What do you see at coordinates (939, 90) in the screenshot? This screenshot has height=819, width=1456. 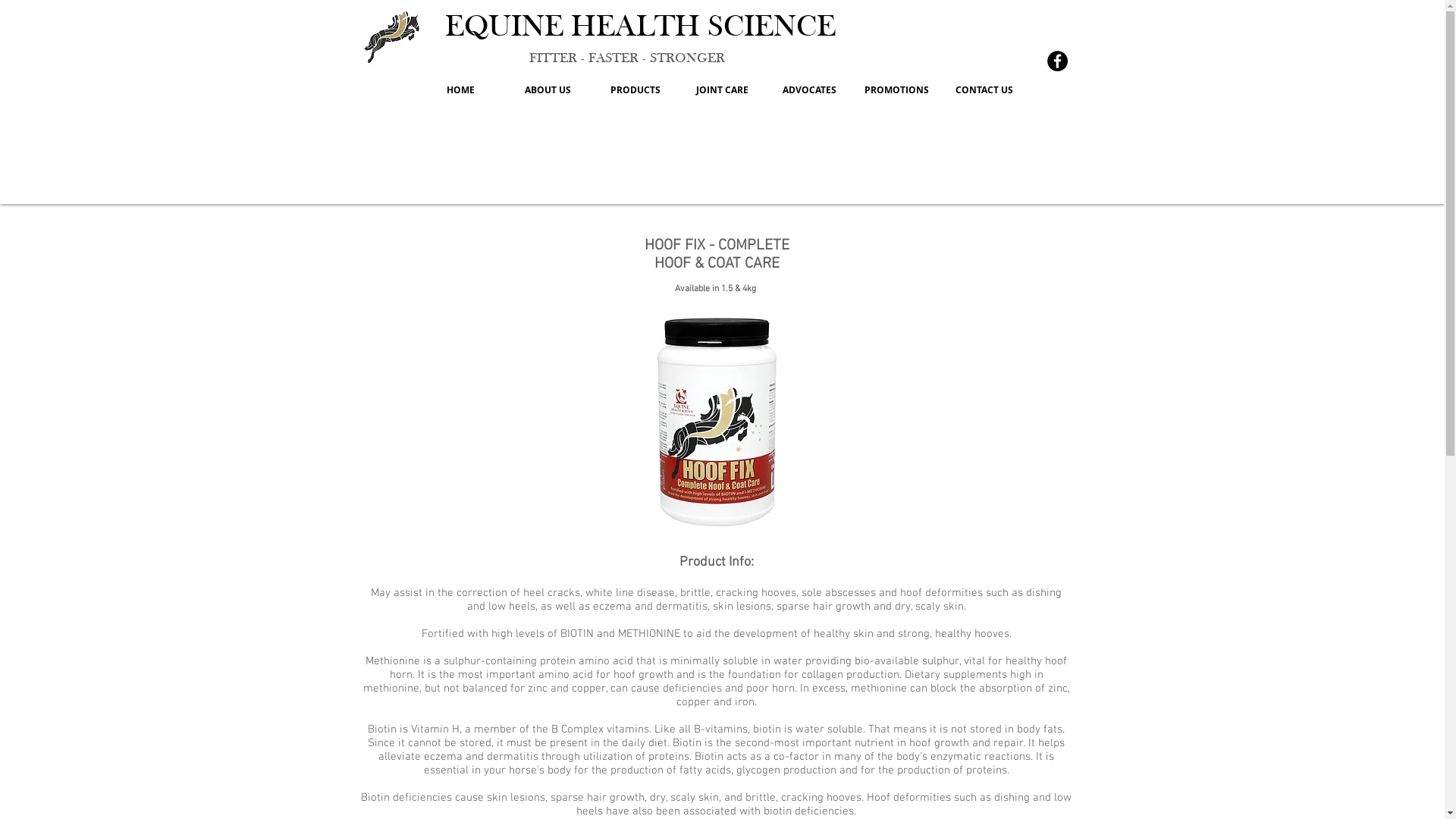 I see `'CONTACT US'` at bounding box center [939, 90].